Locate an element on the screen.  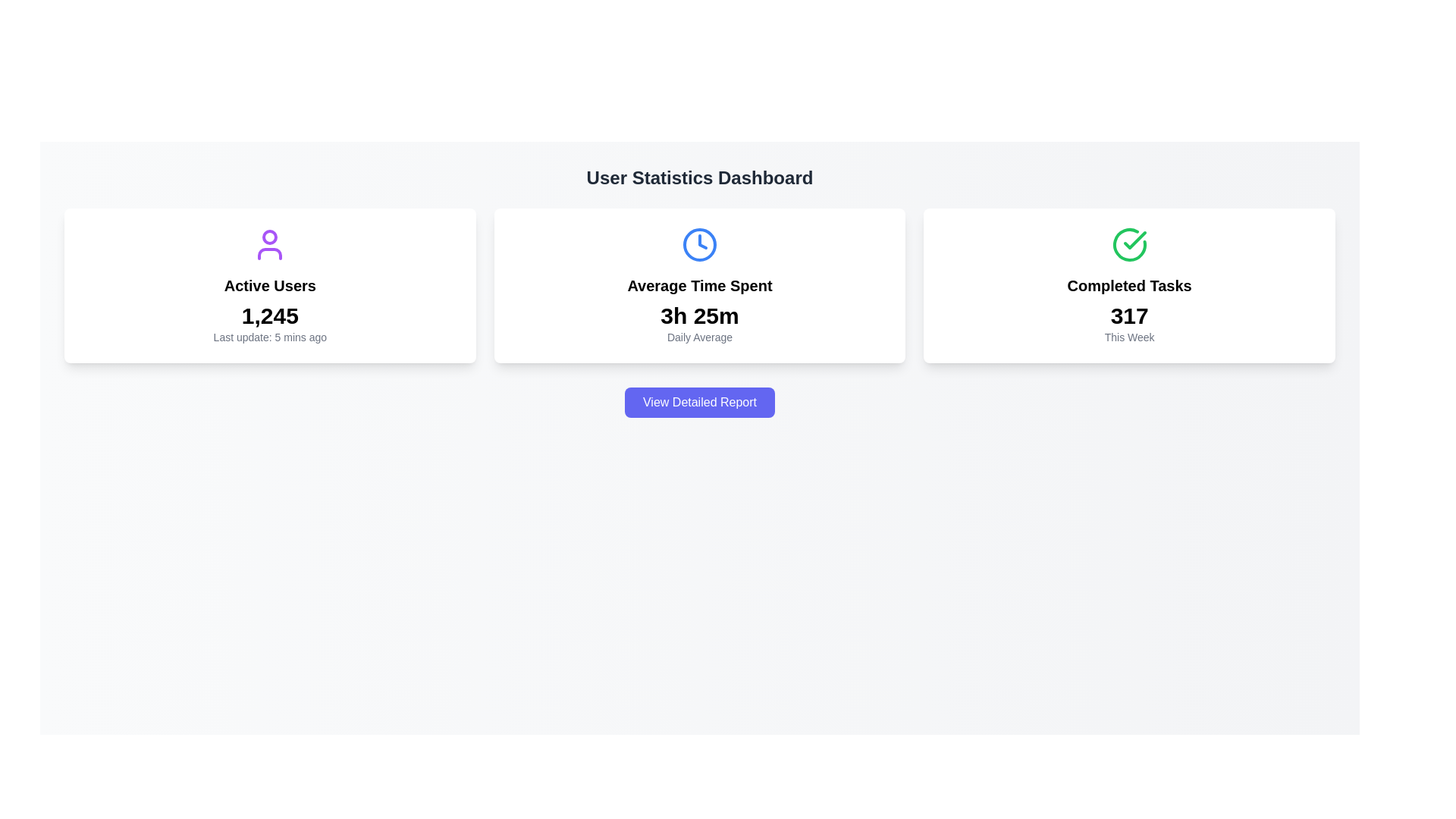
the text label that displays 'Average Time Spent', which is styled in bold, large font and is located below the clock icon is located at coordinates (698, 286).